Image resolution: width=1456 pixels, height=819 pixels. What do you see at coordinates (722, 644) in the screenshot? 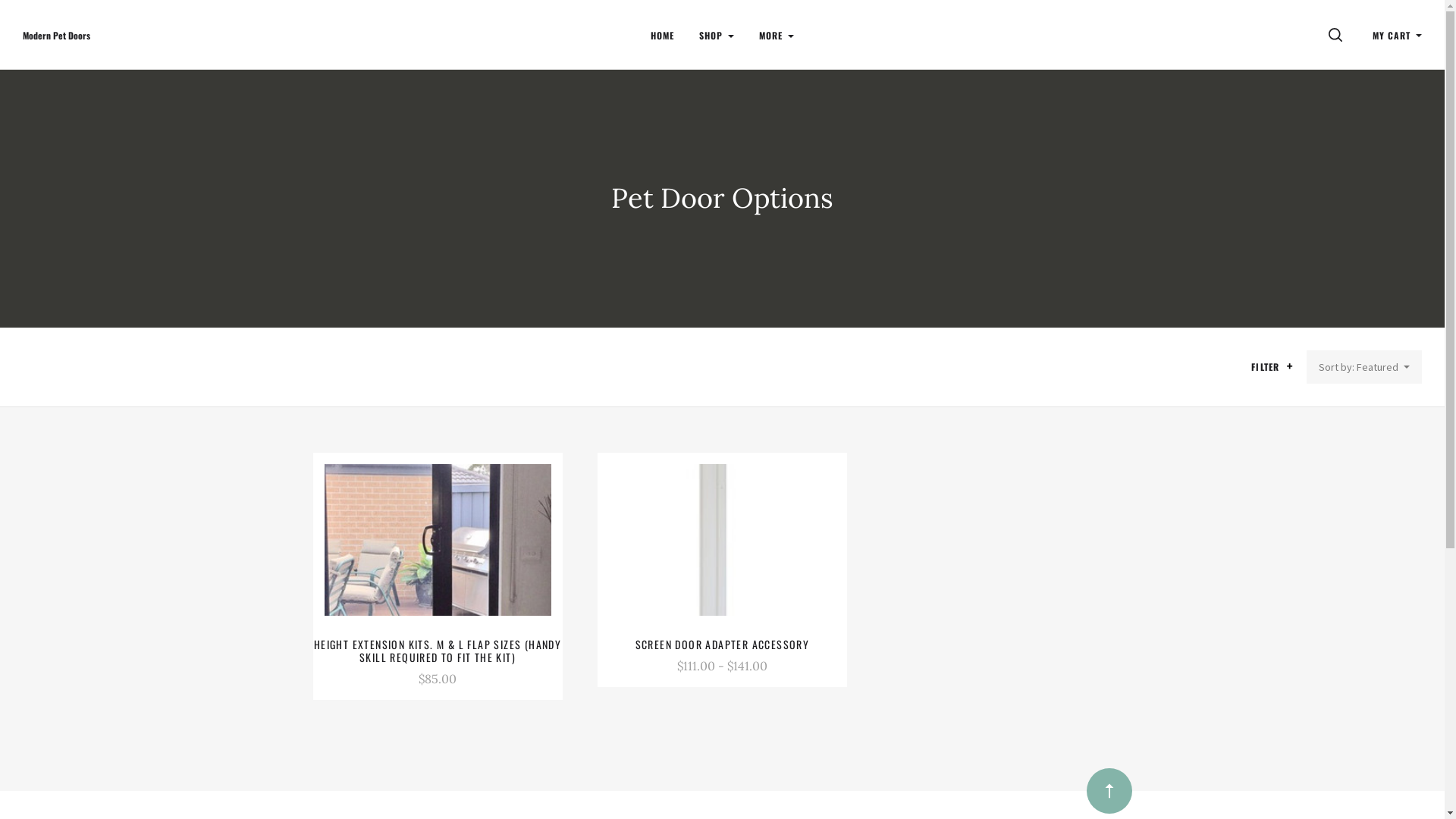
I see `'SCREEN DOOR ADAPTER ACCESSORY'` at bounding box center [722, 644].